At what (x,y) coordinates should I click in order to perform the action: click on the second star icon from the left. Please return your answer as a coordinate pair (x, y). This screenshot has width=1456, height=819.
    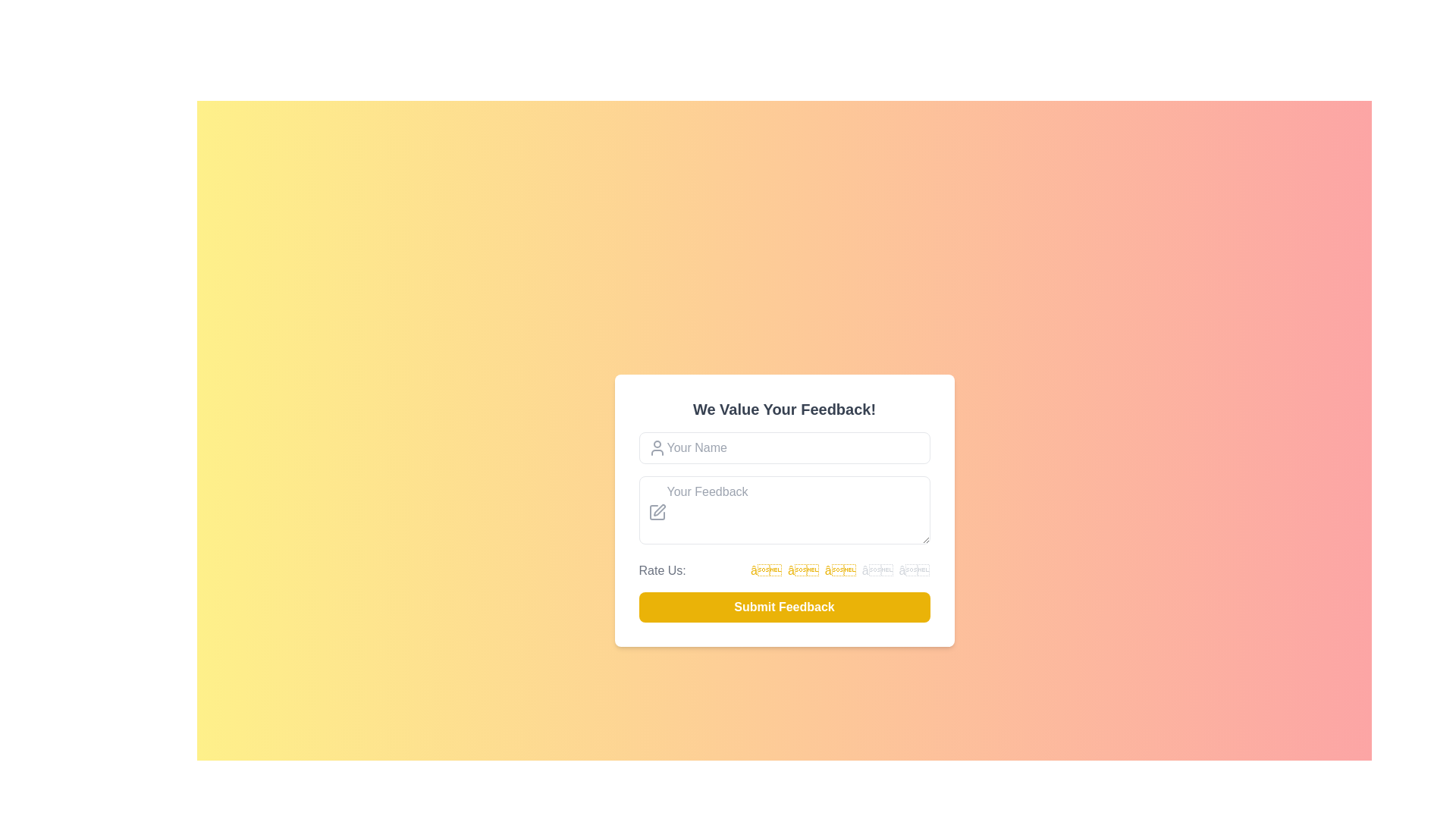
    Looking at the image, I should click on (802, 570).